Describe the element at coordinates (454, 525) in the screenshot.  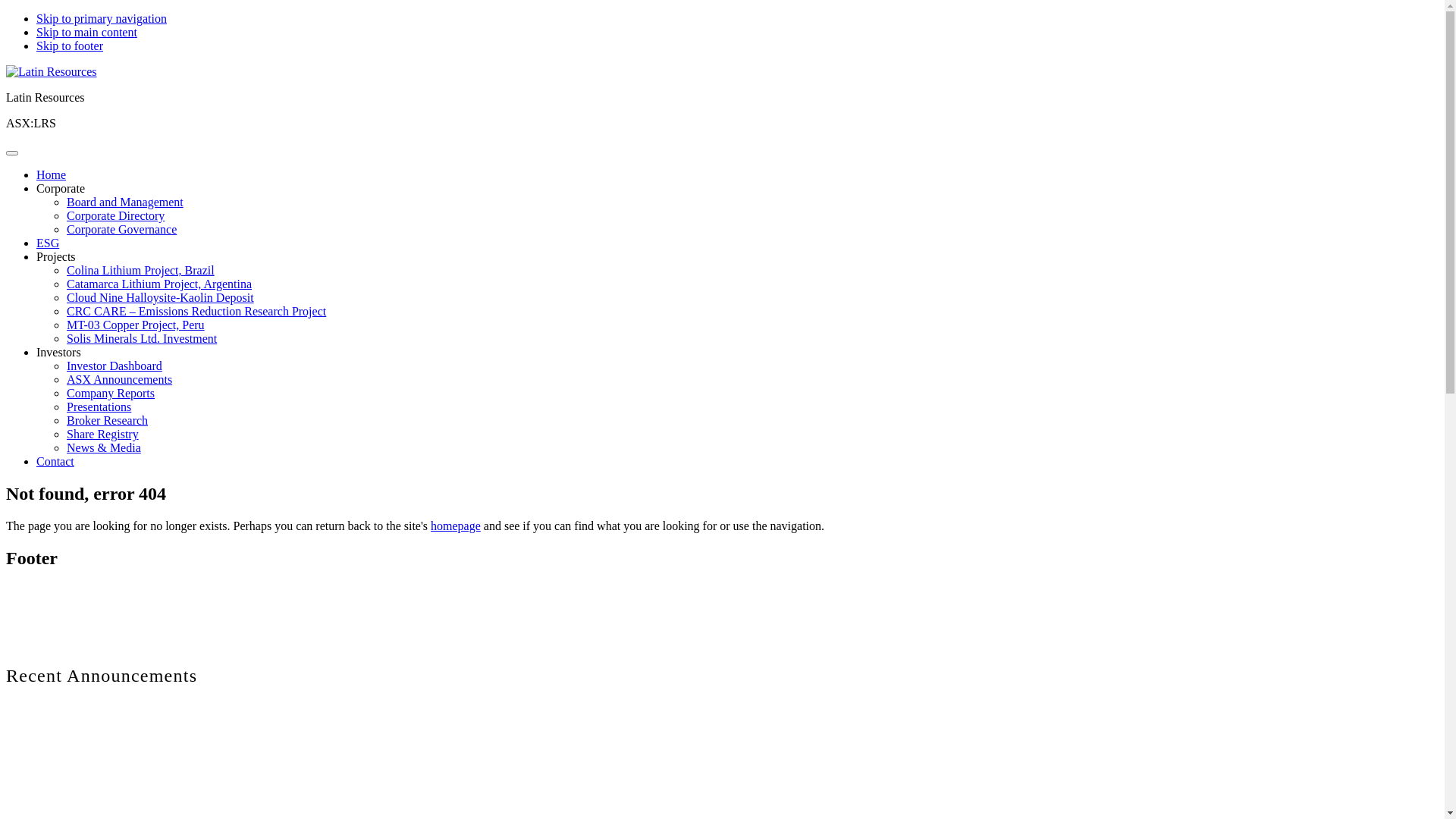
I see `'homepage'` at that location.